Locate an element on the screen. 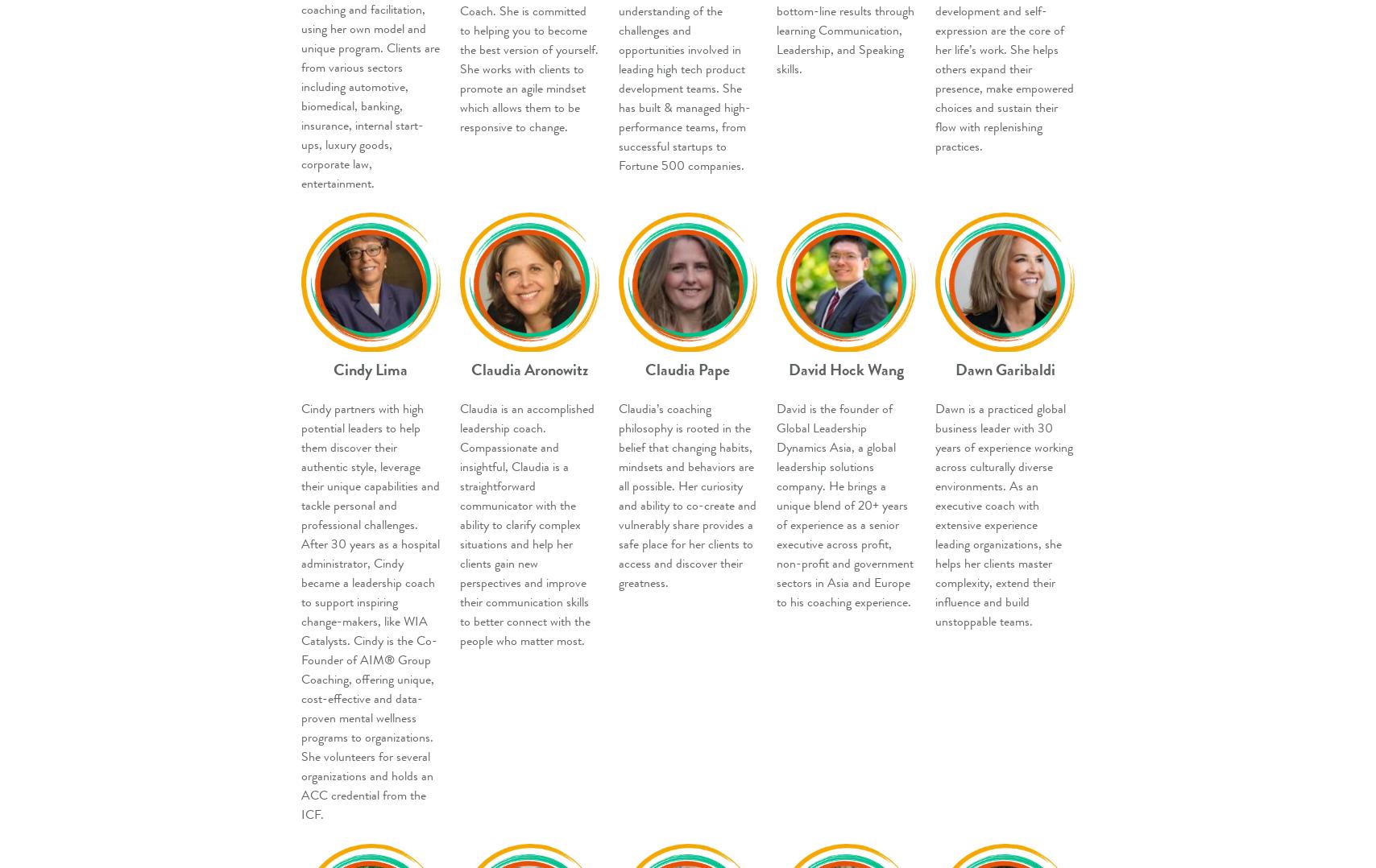 This screenshot has height=868, width=1376. 'Claudia is an accomplished leadership coach. Compassionate and insightful, Claudia is a straightforward communicator with the ability to clarify complex situations and help her clients gain new perspectives and improve their communication skills to better connect with the people who matter most.' is located at coordinates (526, 523).